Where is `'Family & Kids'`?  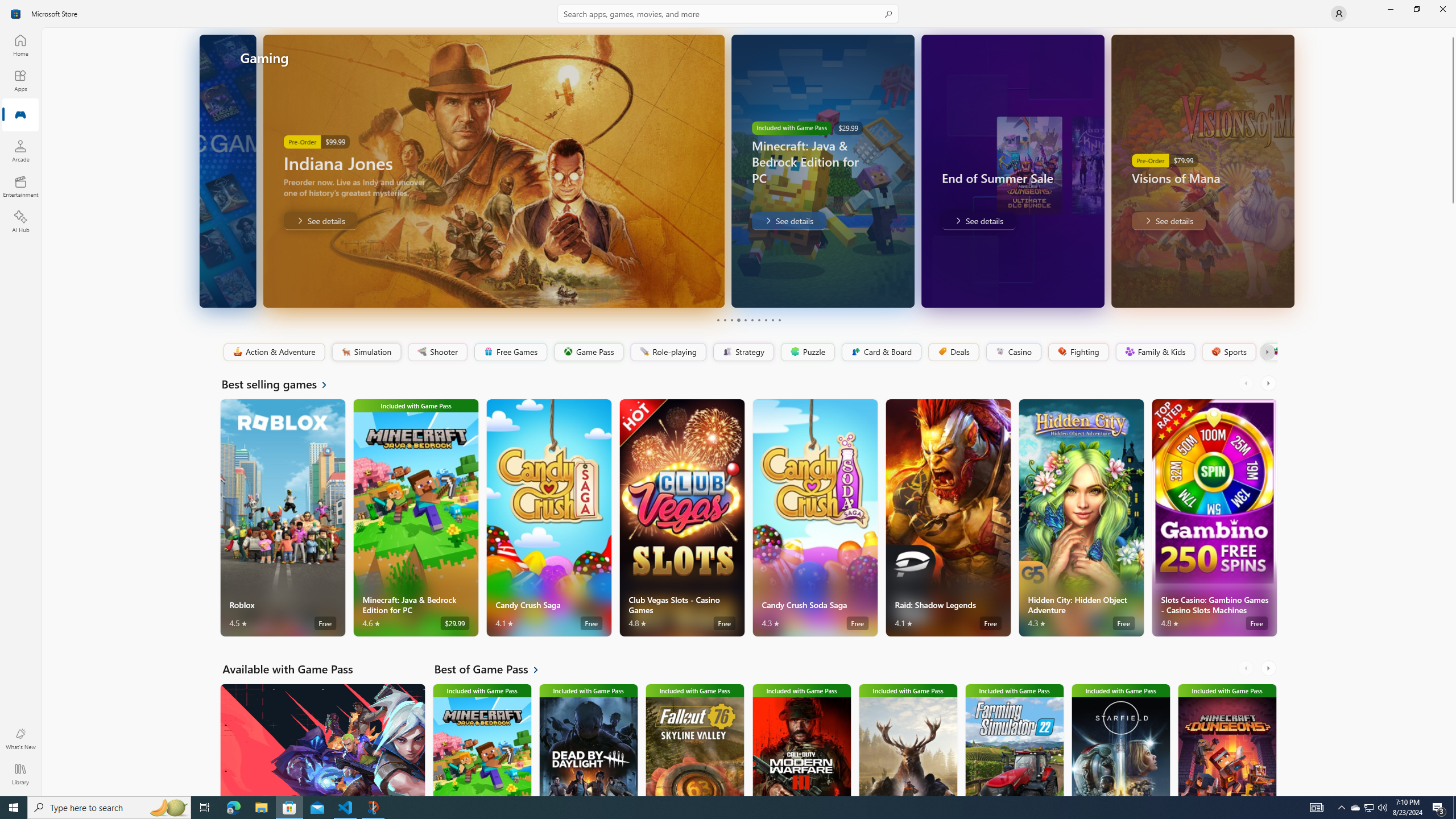 'Family & Kids' is located at coordinates (1155, 351).